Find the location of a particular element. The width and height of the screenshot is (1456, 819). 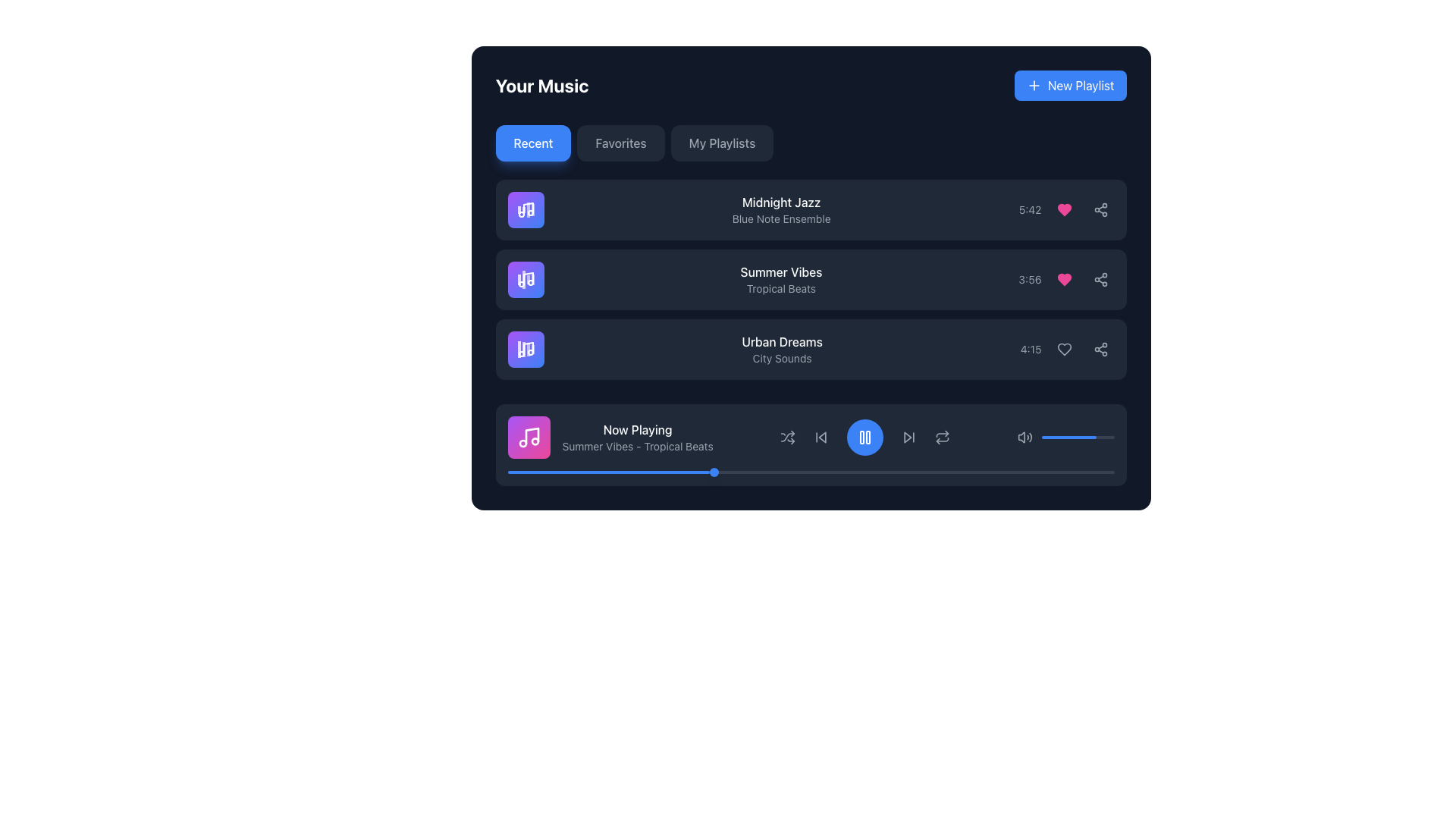

the 'Recent' button located at the top-left section of the interface is located at coordinates (533, 143).